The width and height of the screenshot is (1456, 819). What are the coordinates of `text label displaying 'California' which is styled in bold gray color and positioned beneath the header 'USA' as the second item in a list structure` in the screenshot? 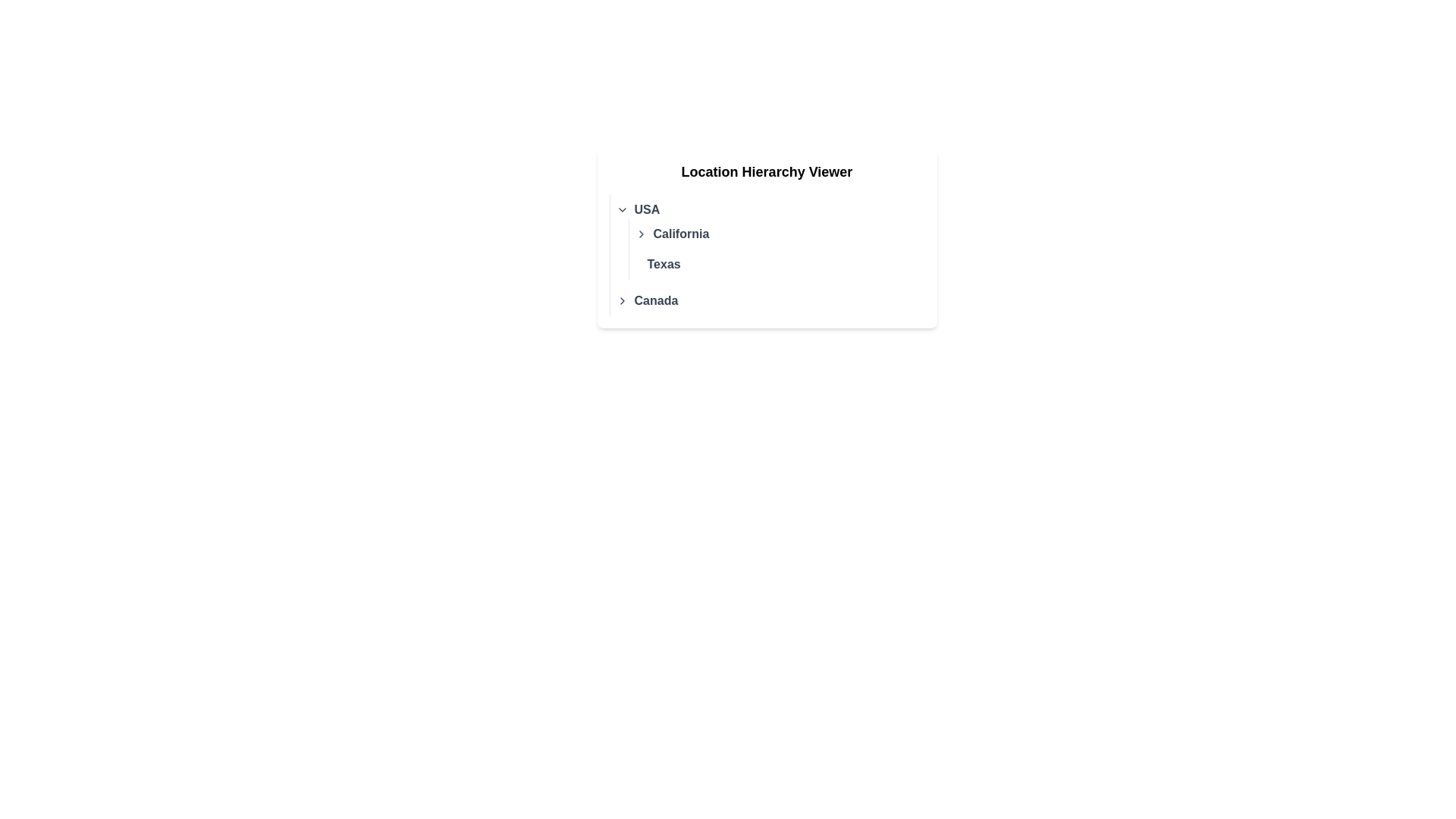 It's located at (680, 234).